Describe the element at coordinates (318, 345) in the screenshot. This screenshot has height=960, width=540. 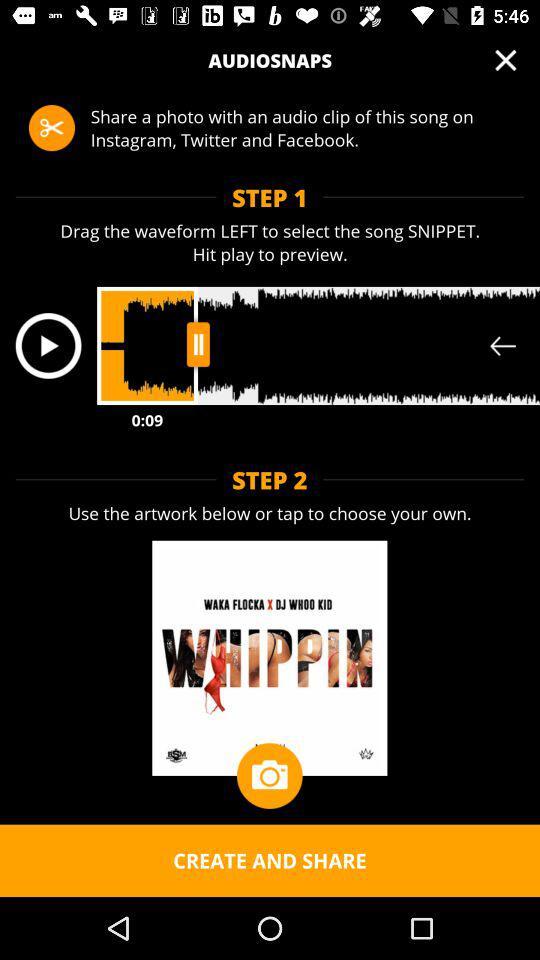
I see `the area which is just beside the play button` at that location.